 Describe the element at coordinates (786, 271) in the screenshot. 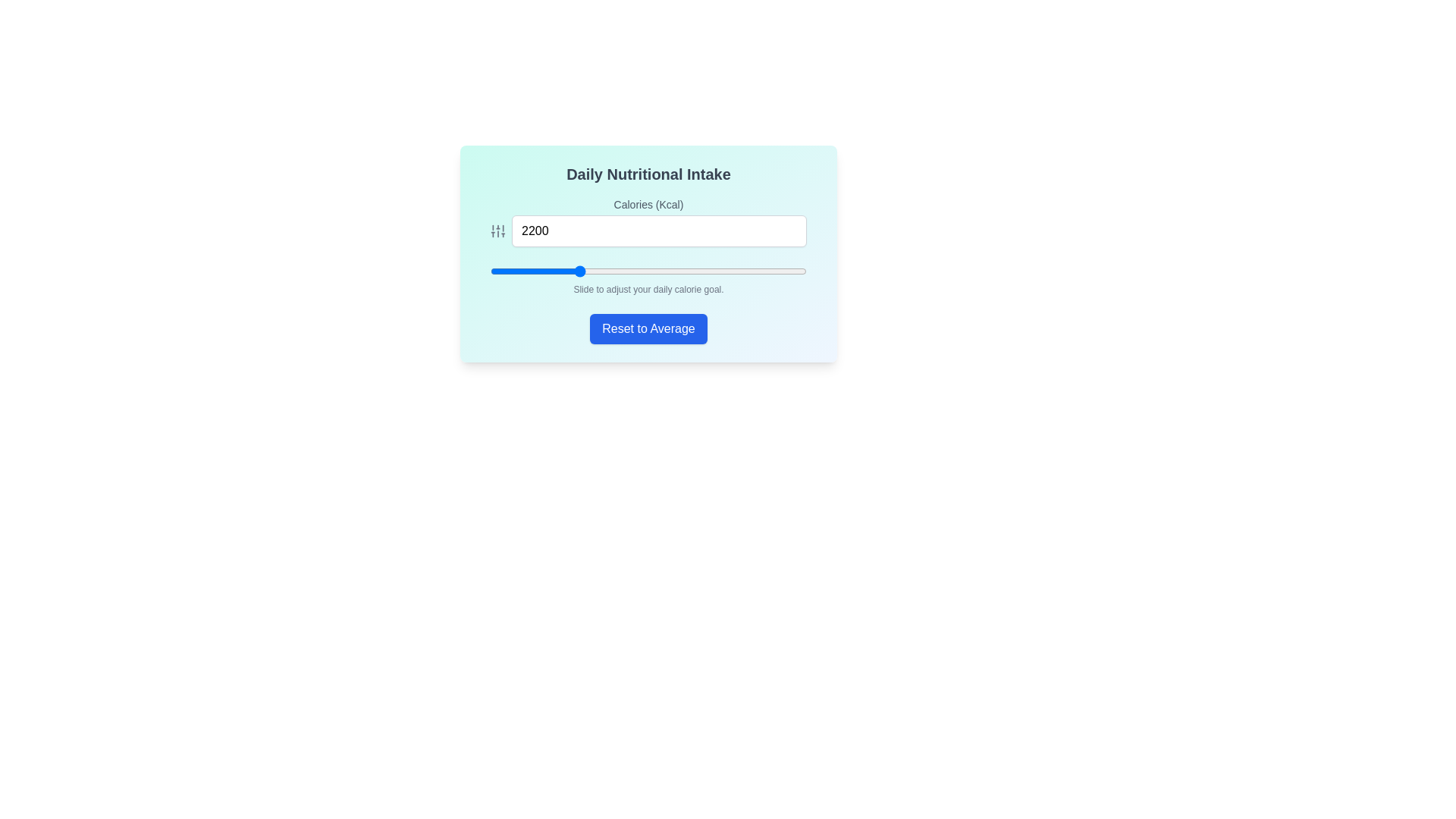

I see `daily calorie intake goal` at that location.